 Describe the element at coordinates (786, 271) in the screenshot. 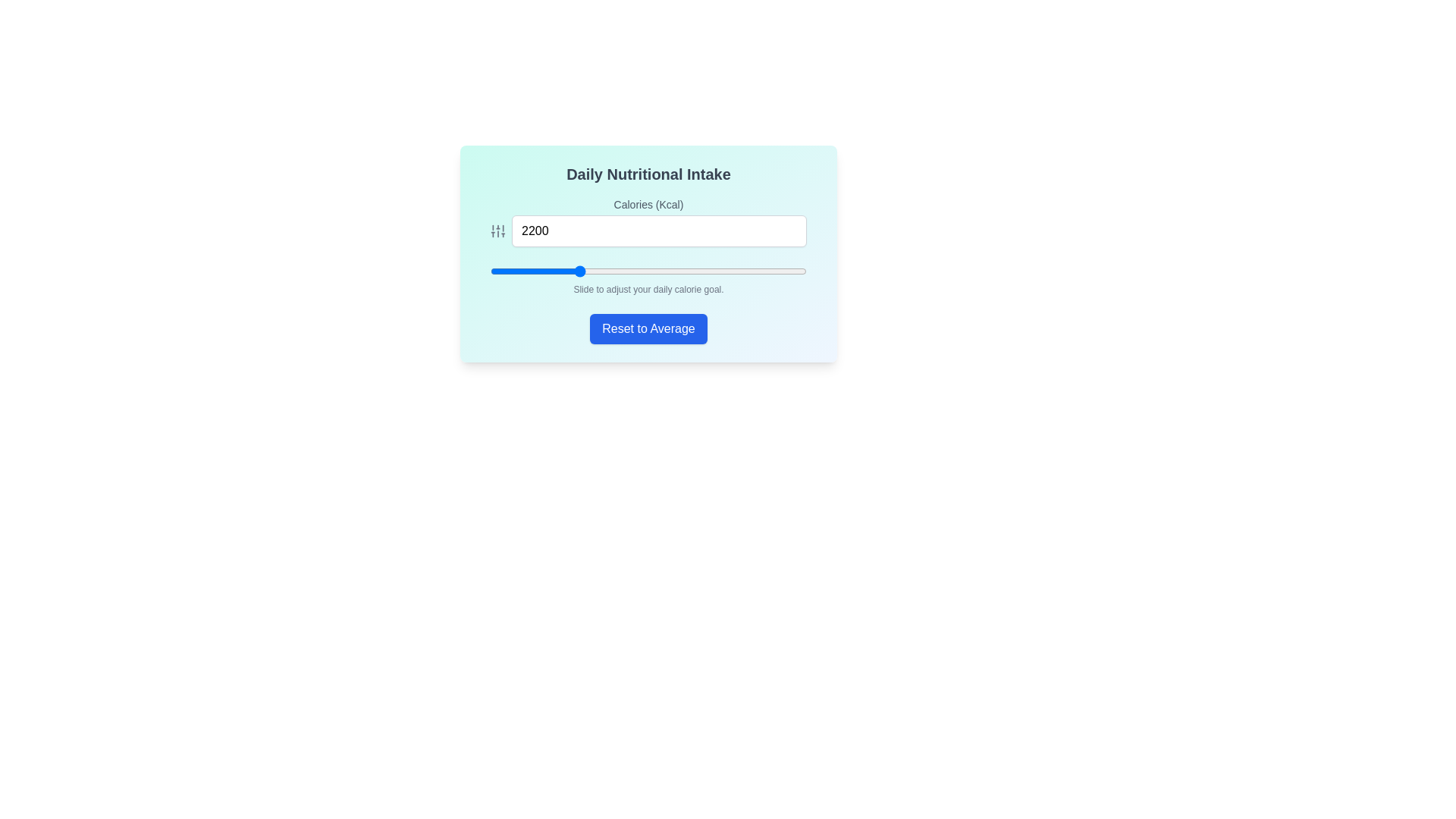

I see `daily calorie intake goal` at that location.